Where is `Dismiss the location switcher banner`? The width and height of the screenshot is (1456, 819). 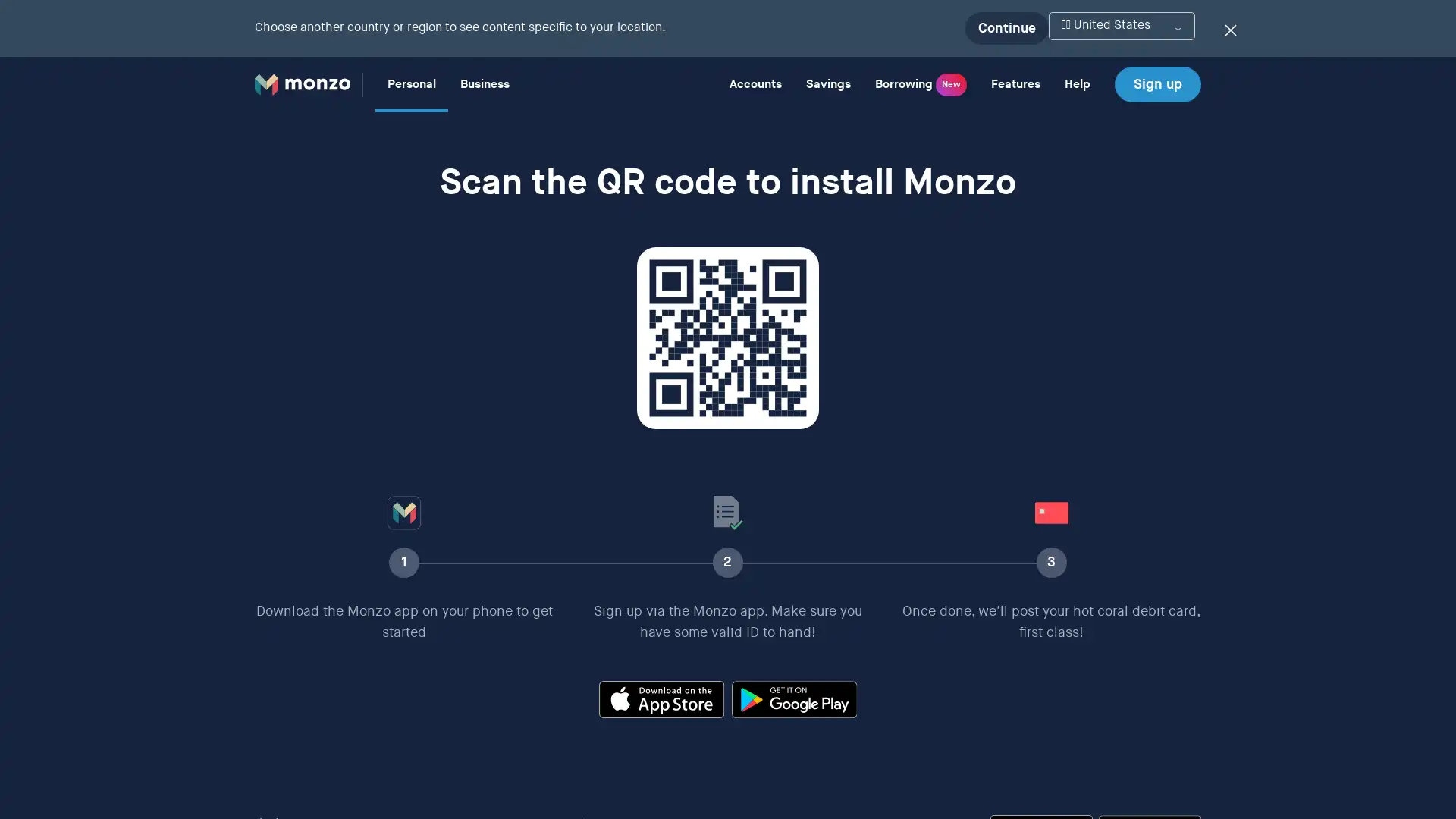
Dismiss the location switcher banner is located at coordinates (1230, 30).